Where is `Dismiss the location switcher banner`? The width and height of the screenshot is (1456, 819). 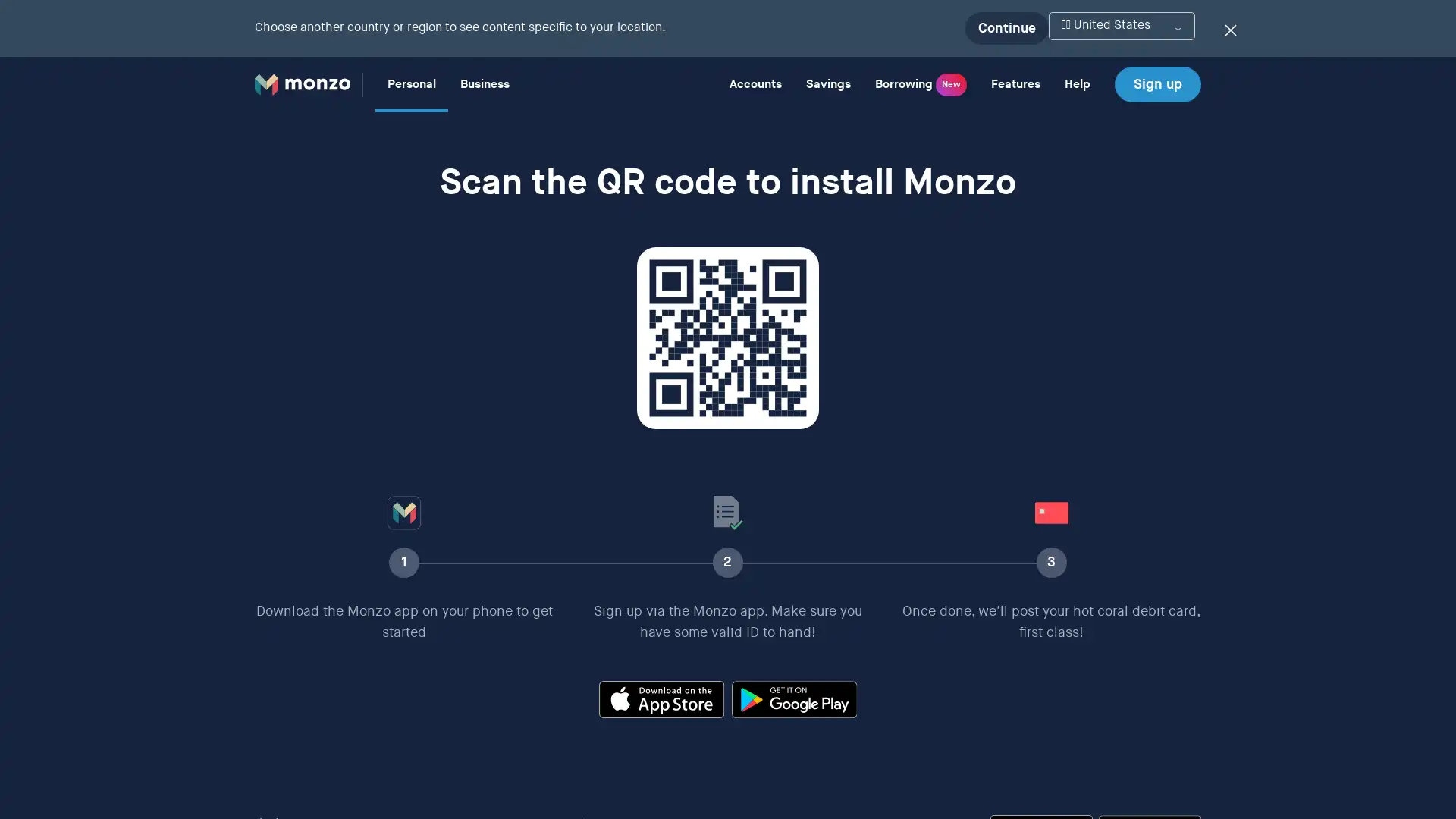
Dismiss the location switcher banner is located at coordinates (1230, 30).